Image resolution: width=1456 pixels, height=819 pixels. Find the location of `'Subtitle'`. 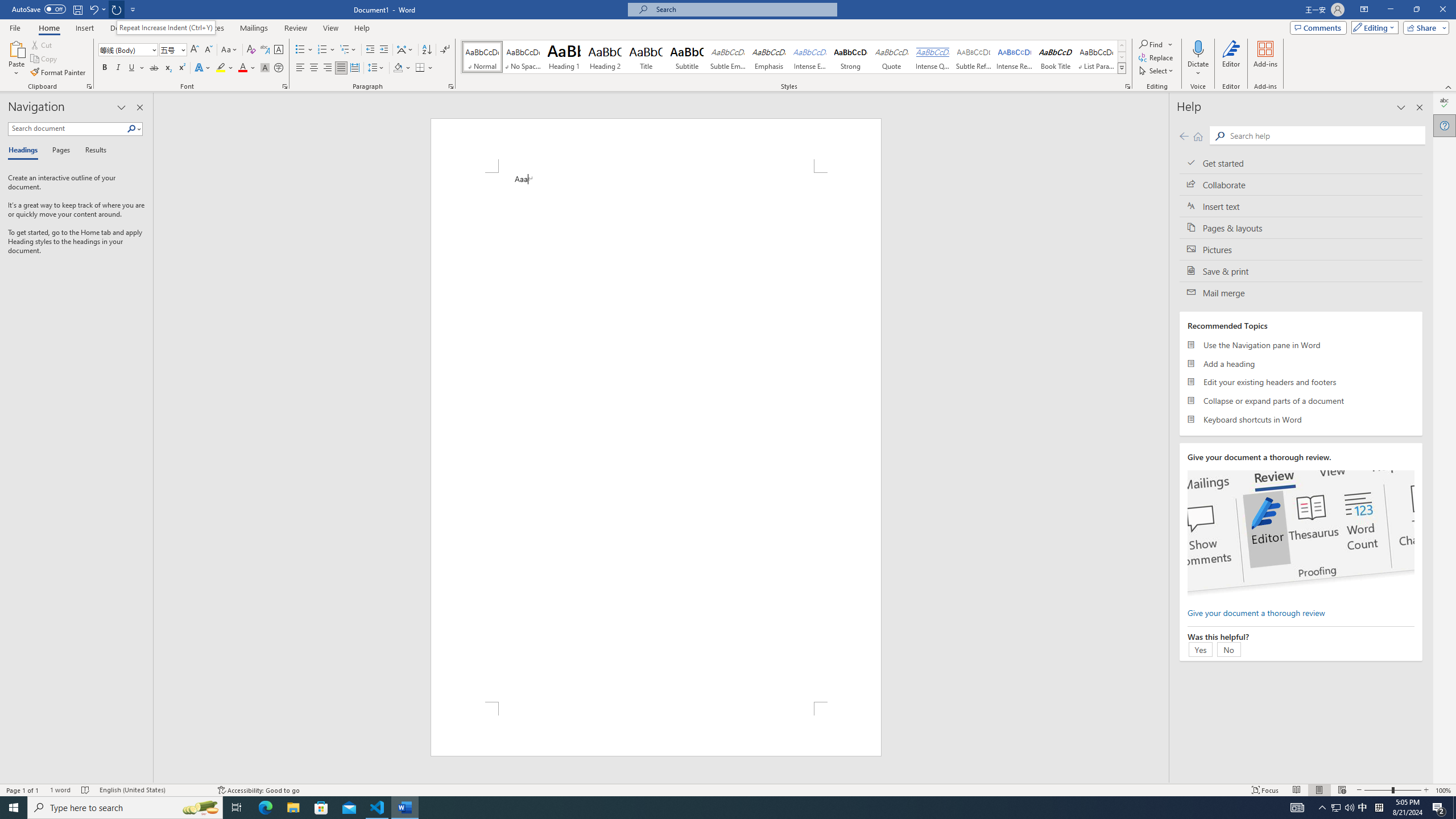

'Subtitle' is located at coordinates (686, 56).